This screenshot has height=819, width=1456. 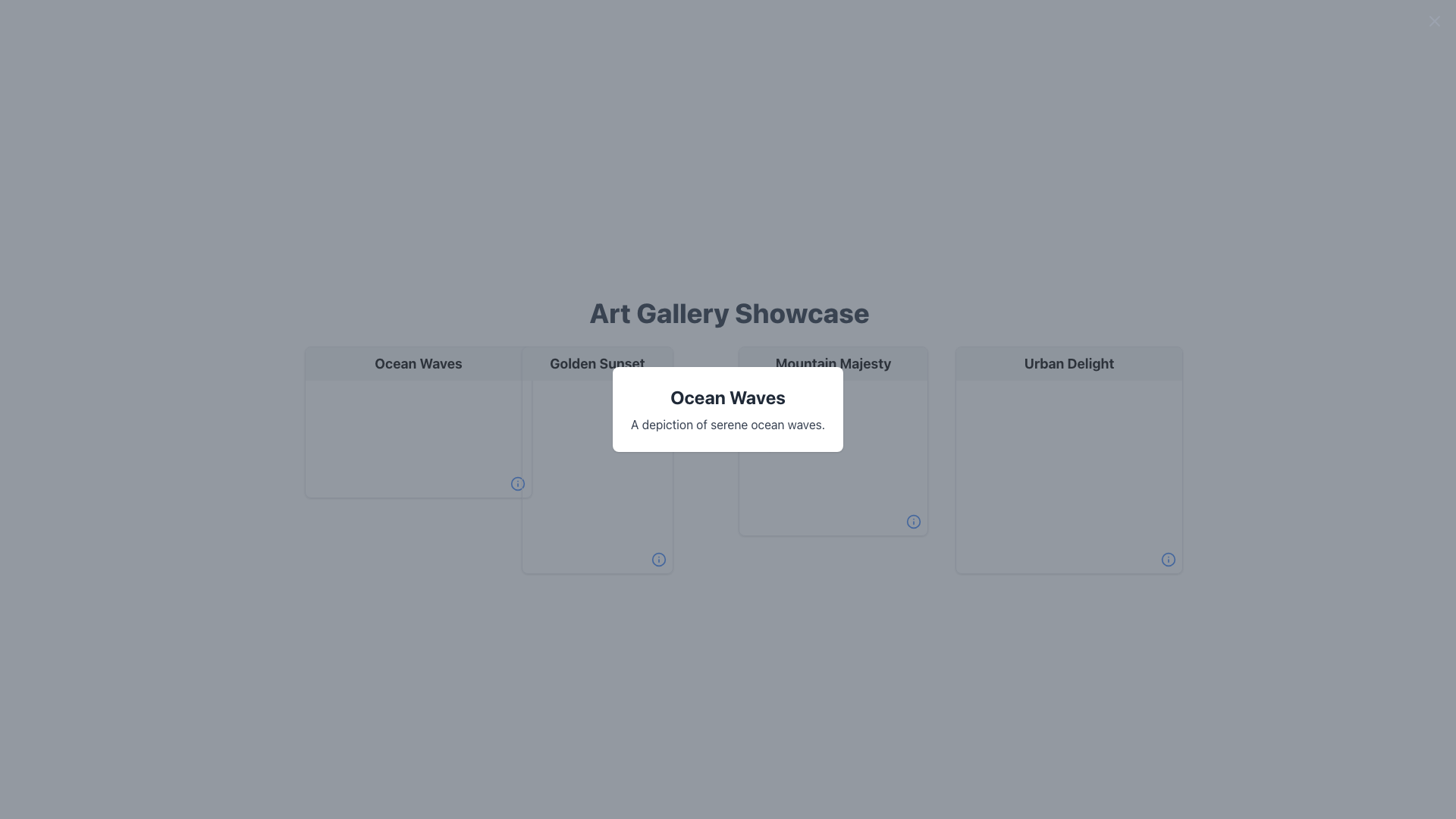 I want to click on the close button located in the top-right corner of the pop-up card displaying 'Ocean Waves', so click(x=1433, y=20).